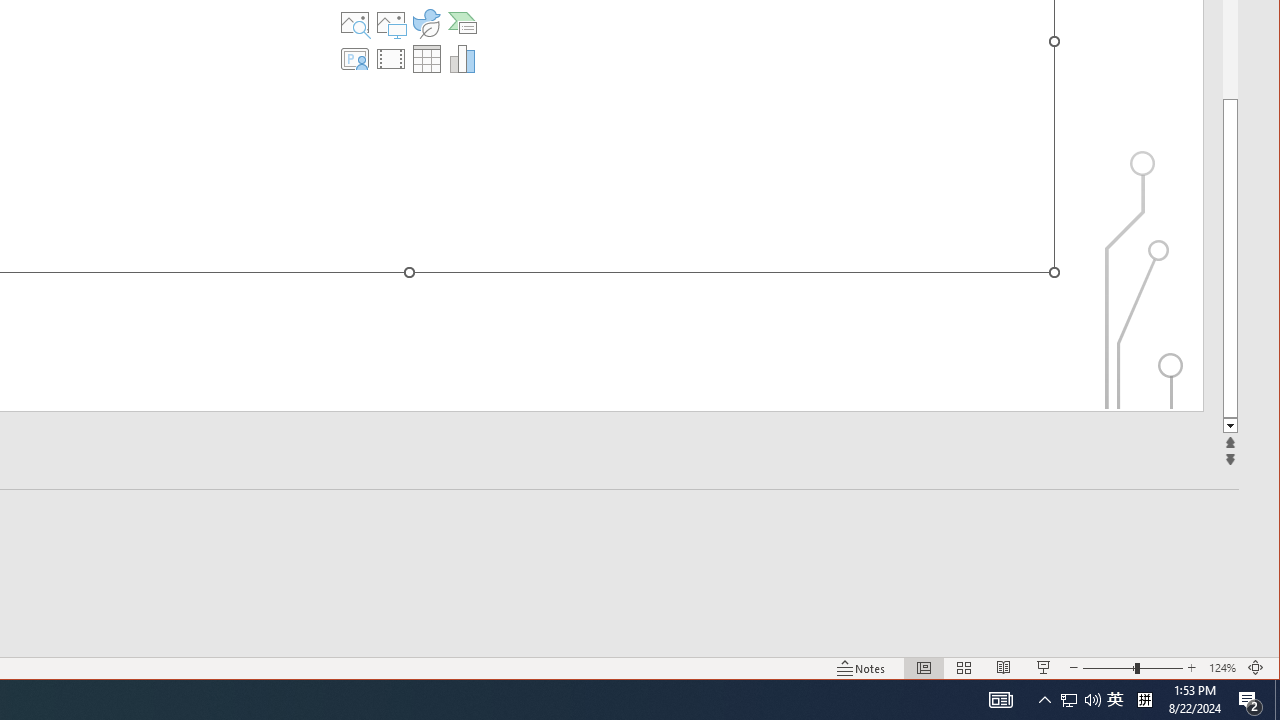  I want to click on 'Insert Table', so click(425, 58).